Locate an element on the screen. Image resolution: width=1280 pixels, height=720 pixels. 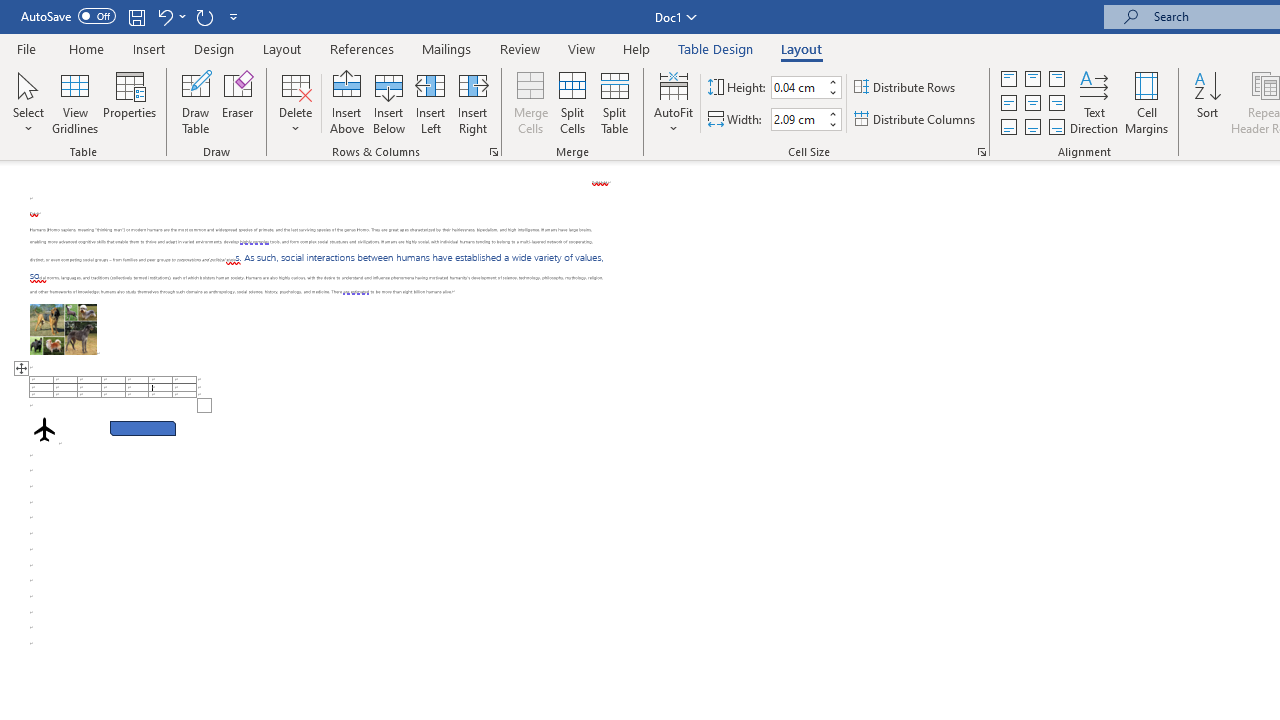
'Insert Above' is located at coordinates (347, 103).